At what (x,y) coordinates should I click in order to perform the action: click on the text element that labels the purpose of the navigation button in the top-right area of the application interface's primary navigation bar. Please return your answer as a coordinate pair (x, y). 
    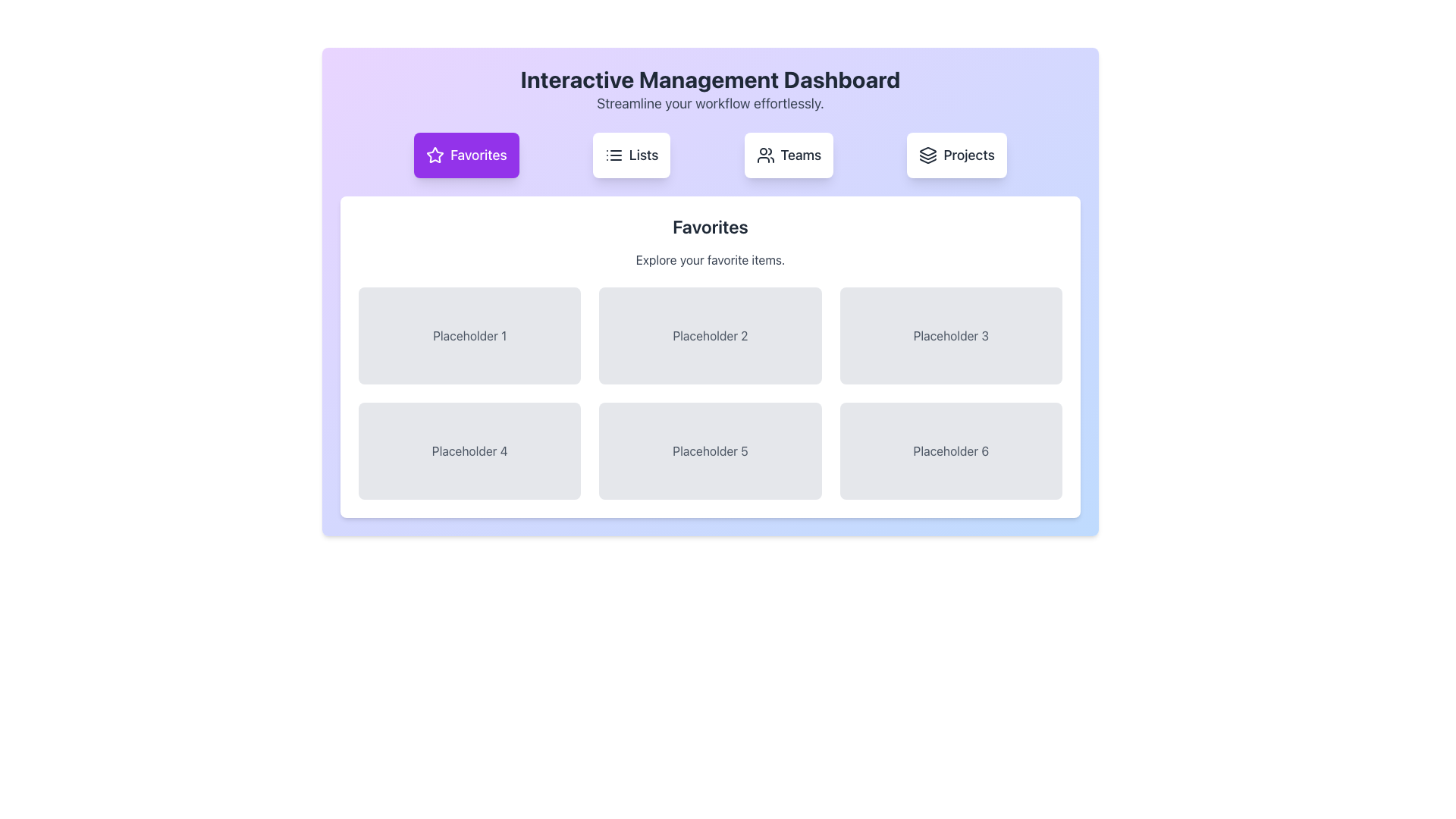
    Looking at the image, I should click on (968, 155).